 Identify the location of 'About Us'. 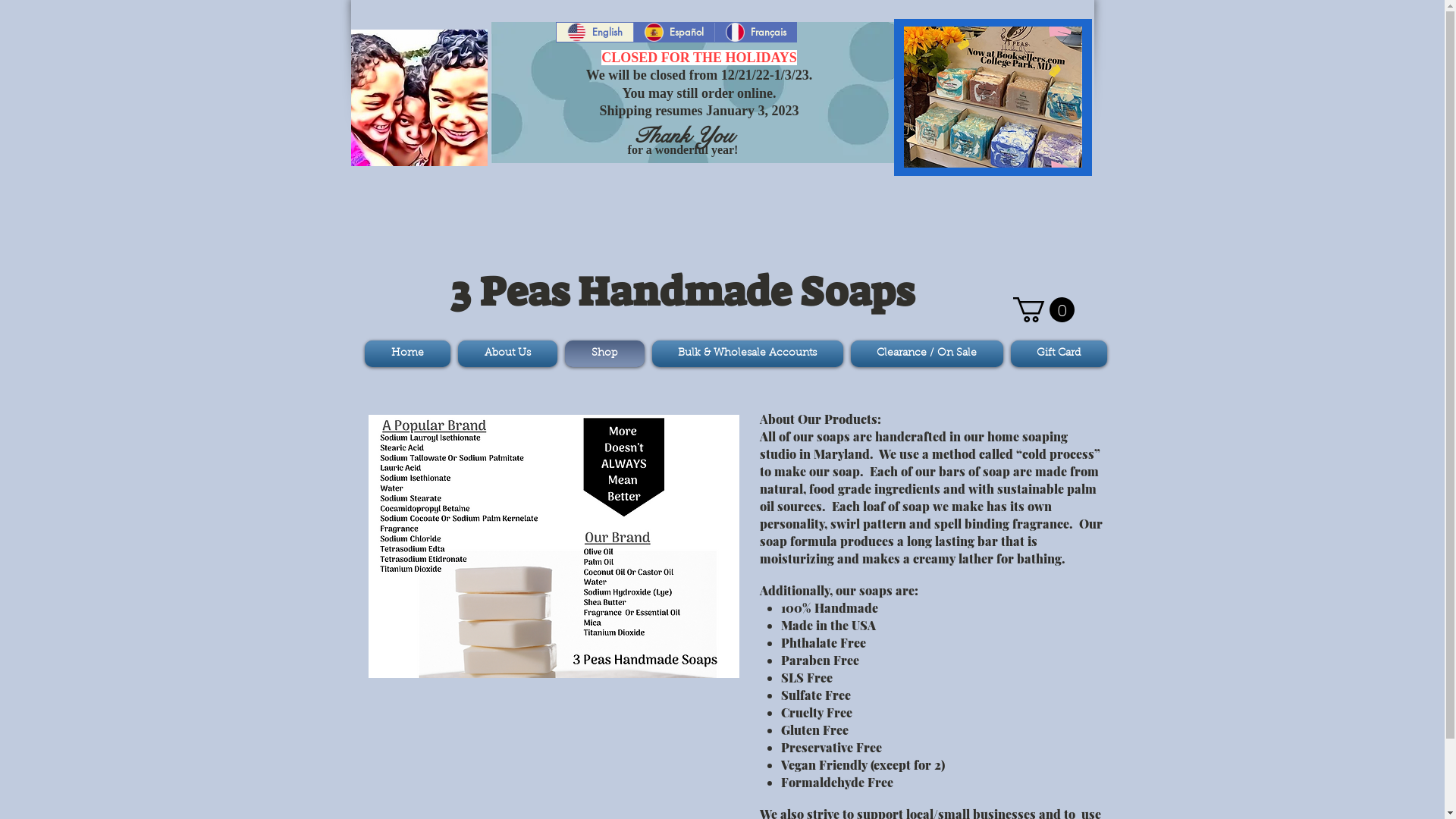
(453, 353).